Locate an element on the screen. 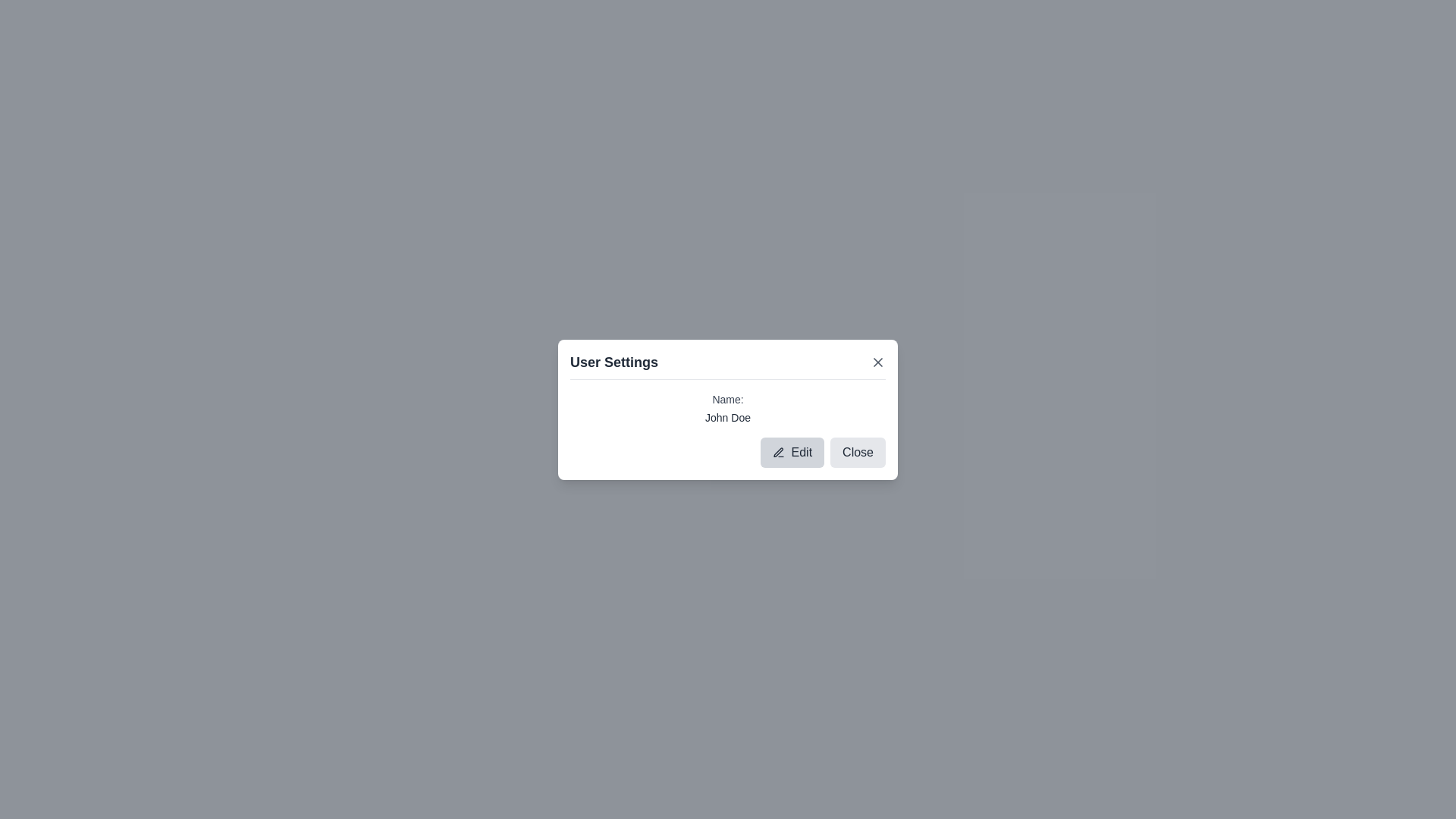 The width and height of the screenshot is (1456, 819). the Text display box that contains the texts 'Name:' and 'John Doe' within the 'User Settings' dialog is located at coordinates (728, 406).